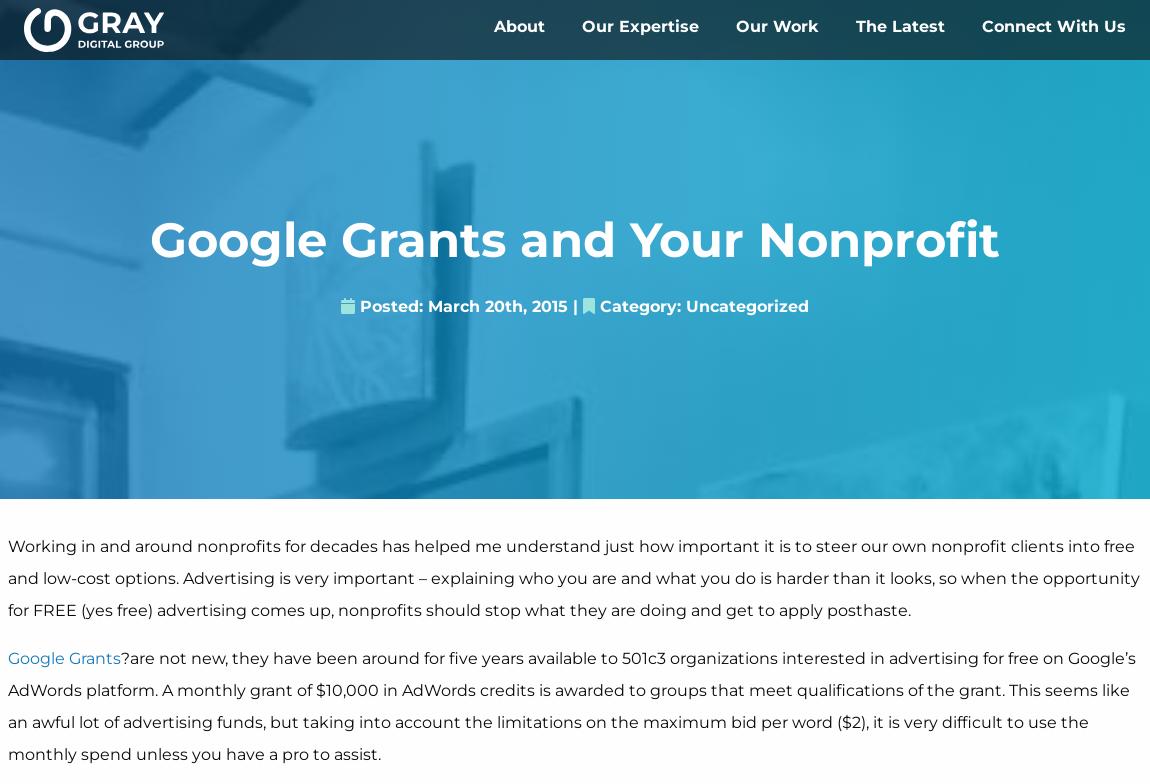 The height and width of the screenshot is (784, 1150). What do you see at coordinates (63, 657) in the screenshot?
I see `'Google Grants'` at bounding box center [63, 657].